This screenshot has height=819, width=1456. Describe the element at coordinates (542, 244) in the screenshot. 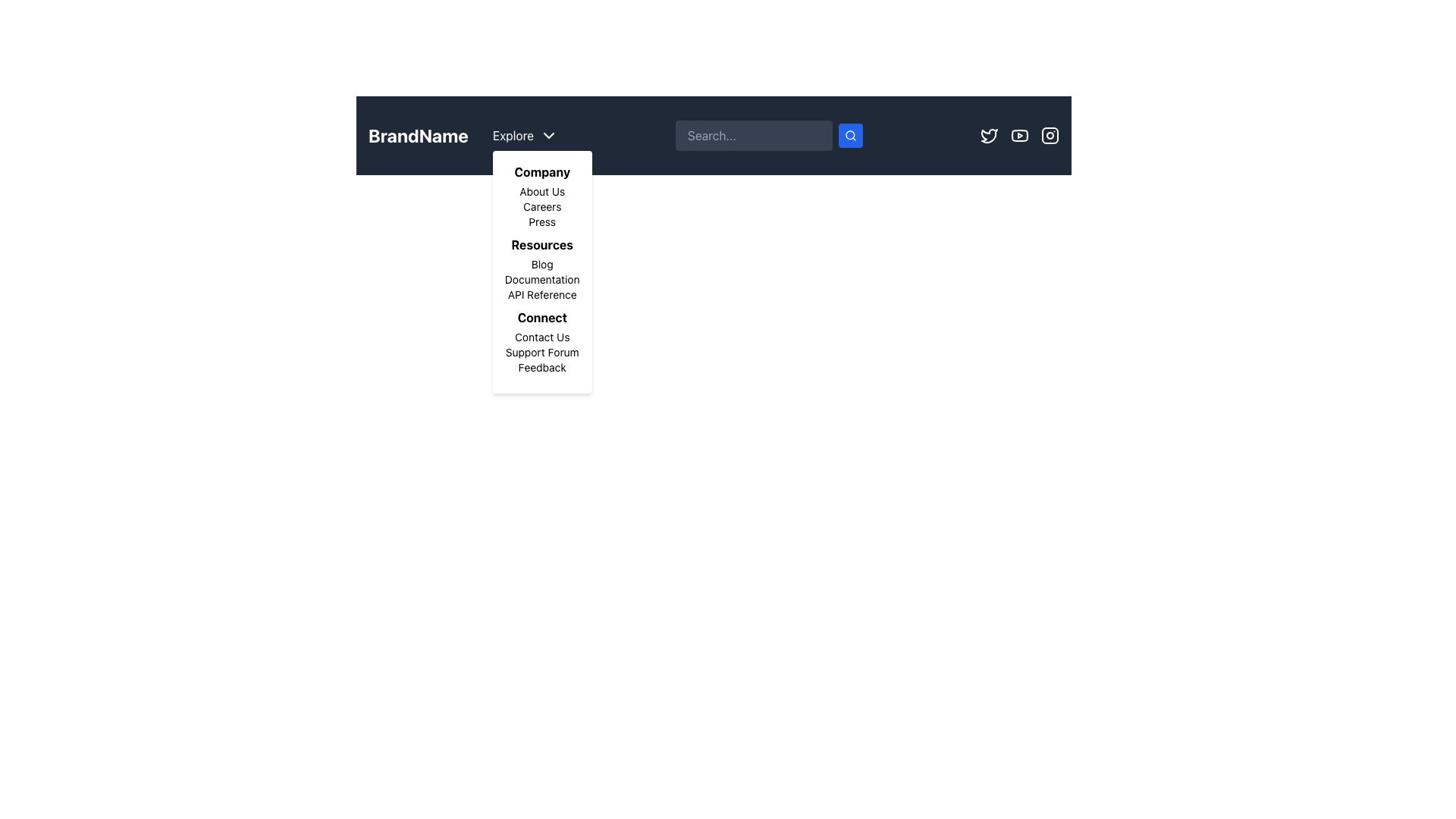

I see `text displayed in the second section header of the dropdown menu under the 'Company' section, which categorizes the entries 'Blog', 'Documentation', and 'API Reference'` at that location.